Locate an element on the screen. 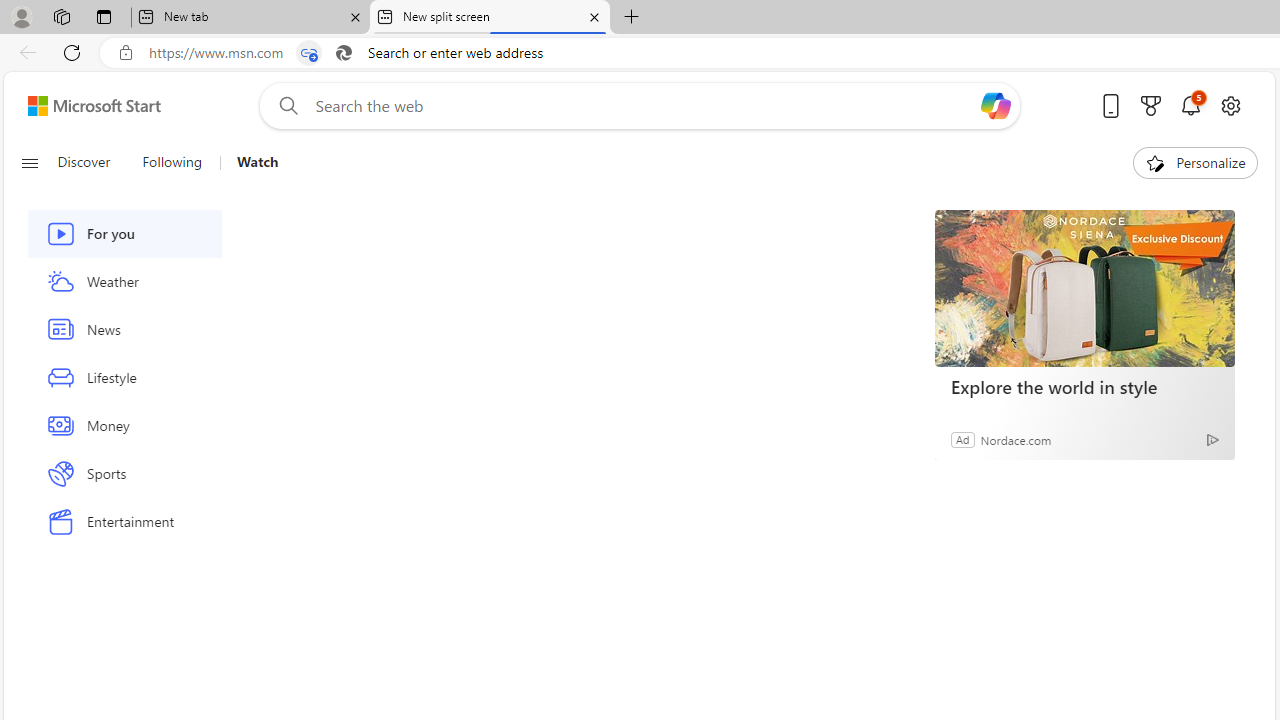 The width and height of the screenshot is (1280, 720). 'Open settings' is located at coordinates (1229, 105).